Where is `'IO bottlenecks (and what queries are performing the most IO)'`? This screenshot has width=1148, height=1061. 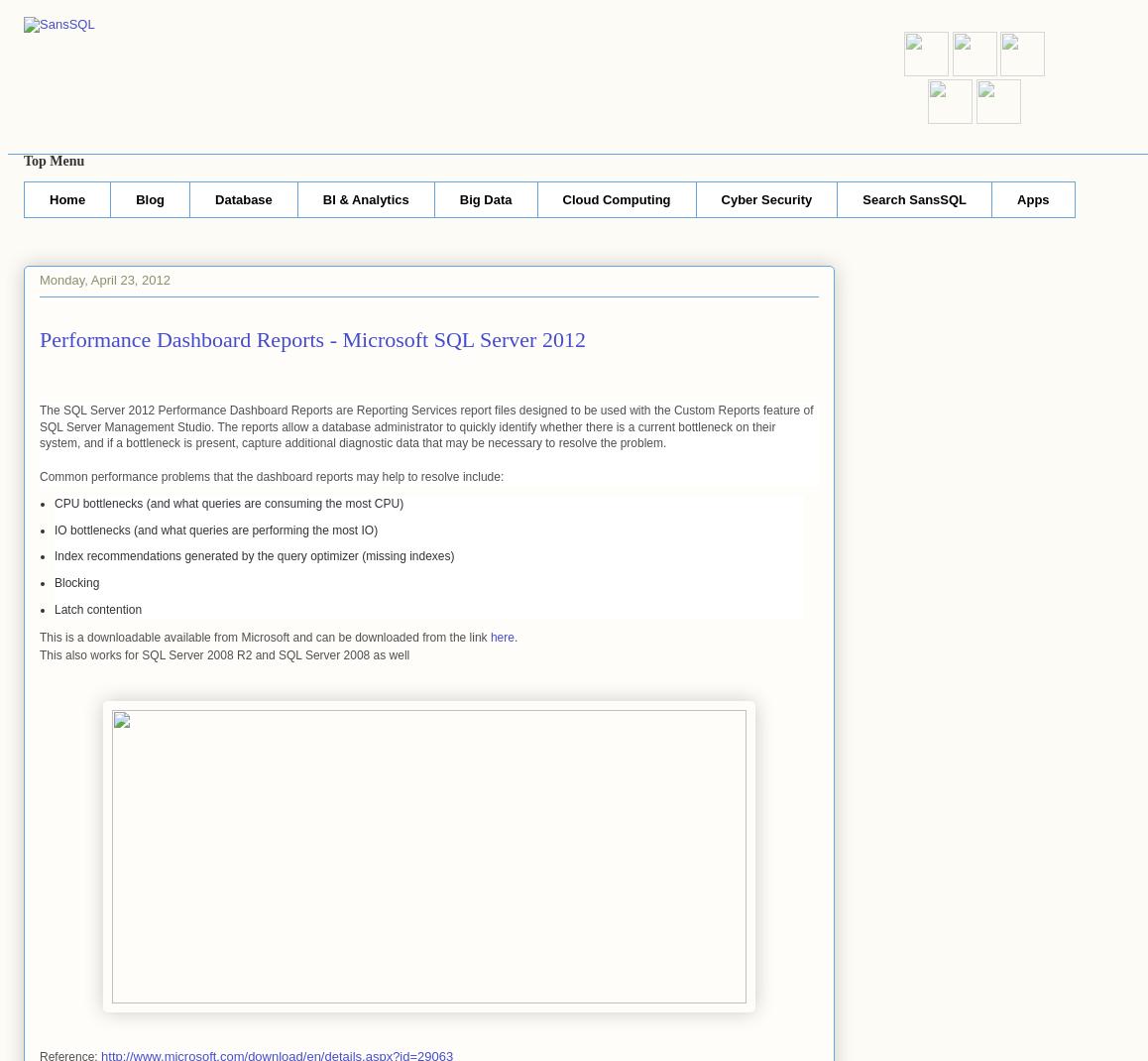 'IO bottlenecks (and what queries are performing the most IO)' is located at coordinates (54, 530).